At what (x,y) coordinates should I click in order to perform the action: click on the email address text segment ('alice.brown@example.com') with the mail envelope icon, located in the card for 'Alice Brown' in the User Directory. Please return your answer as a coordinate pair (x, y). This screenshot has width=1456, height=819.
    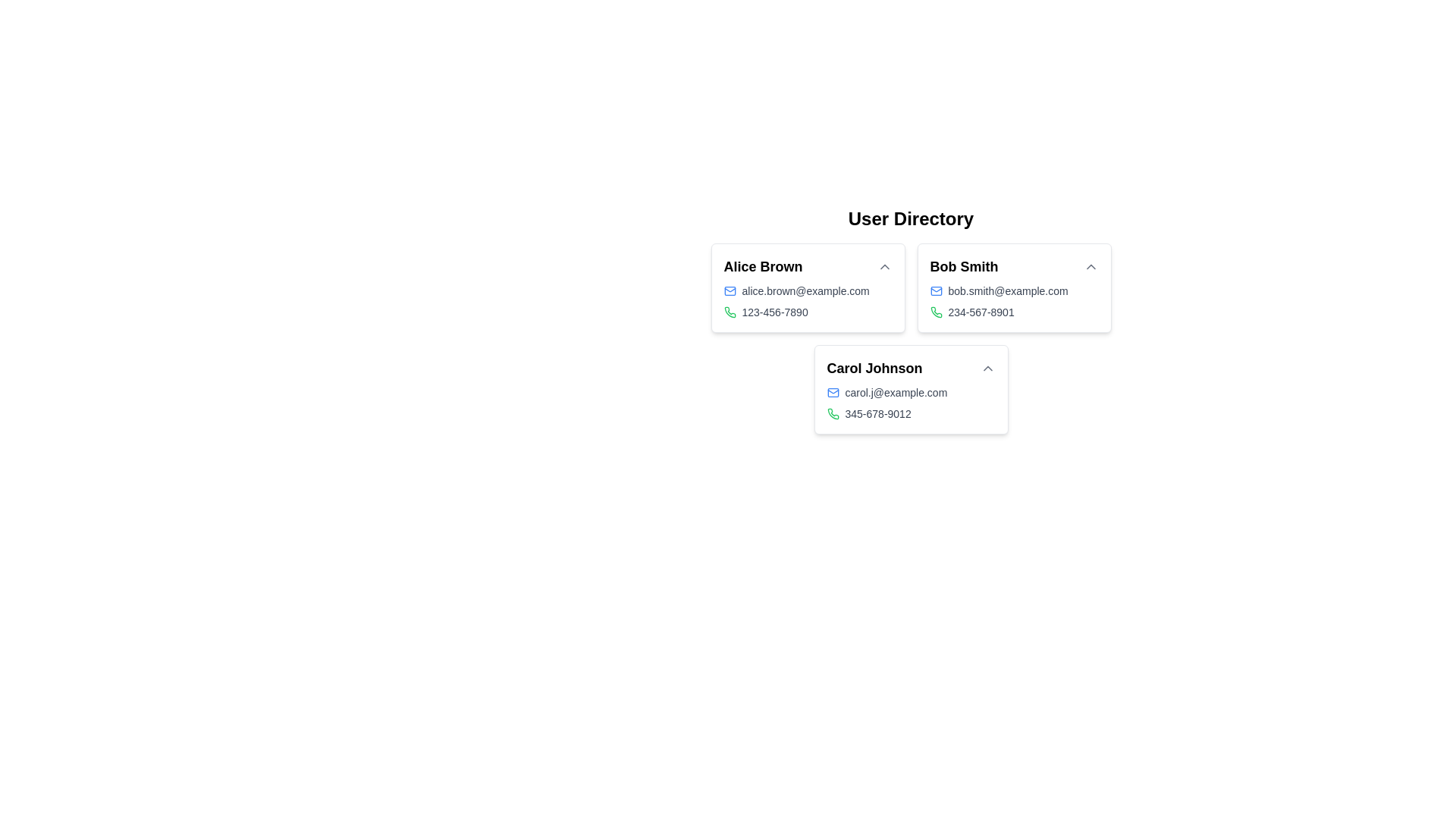
    Looking at the image, I should click on (807, 291).